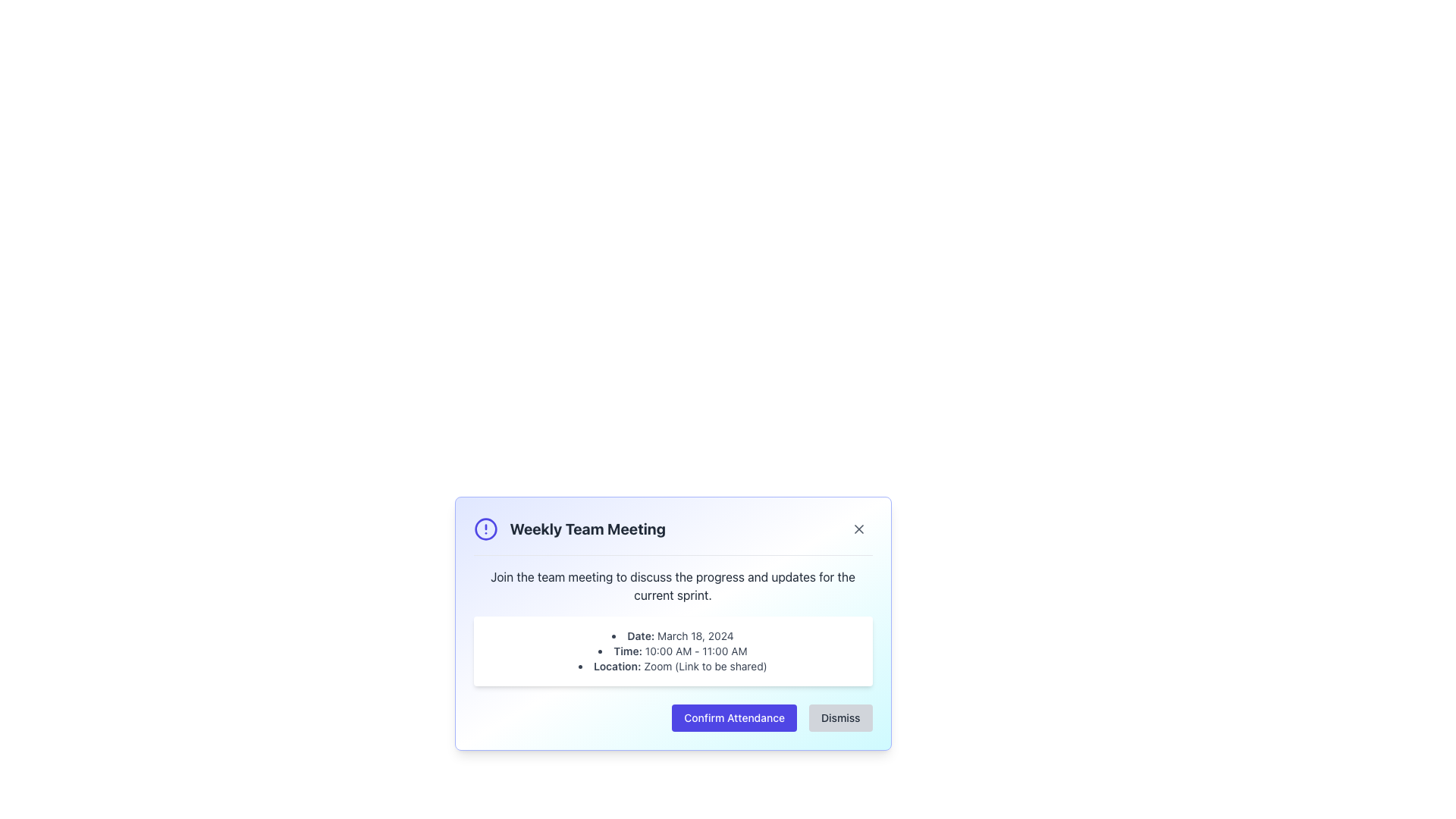 Image resolution: width=1456 pixels, height=819 pixels. What do you see at coordinates (672, 651) in the screenshot?
I see `the time duration display element, which is the second item in the vertical list inside the card, positioned between the date and location entries` at bounding box center [672, 651].